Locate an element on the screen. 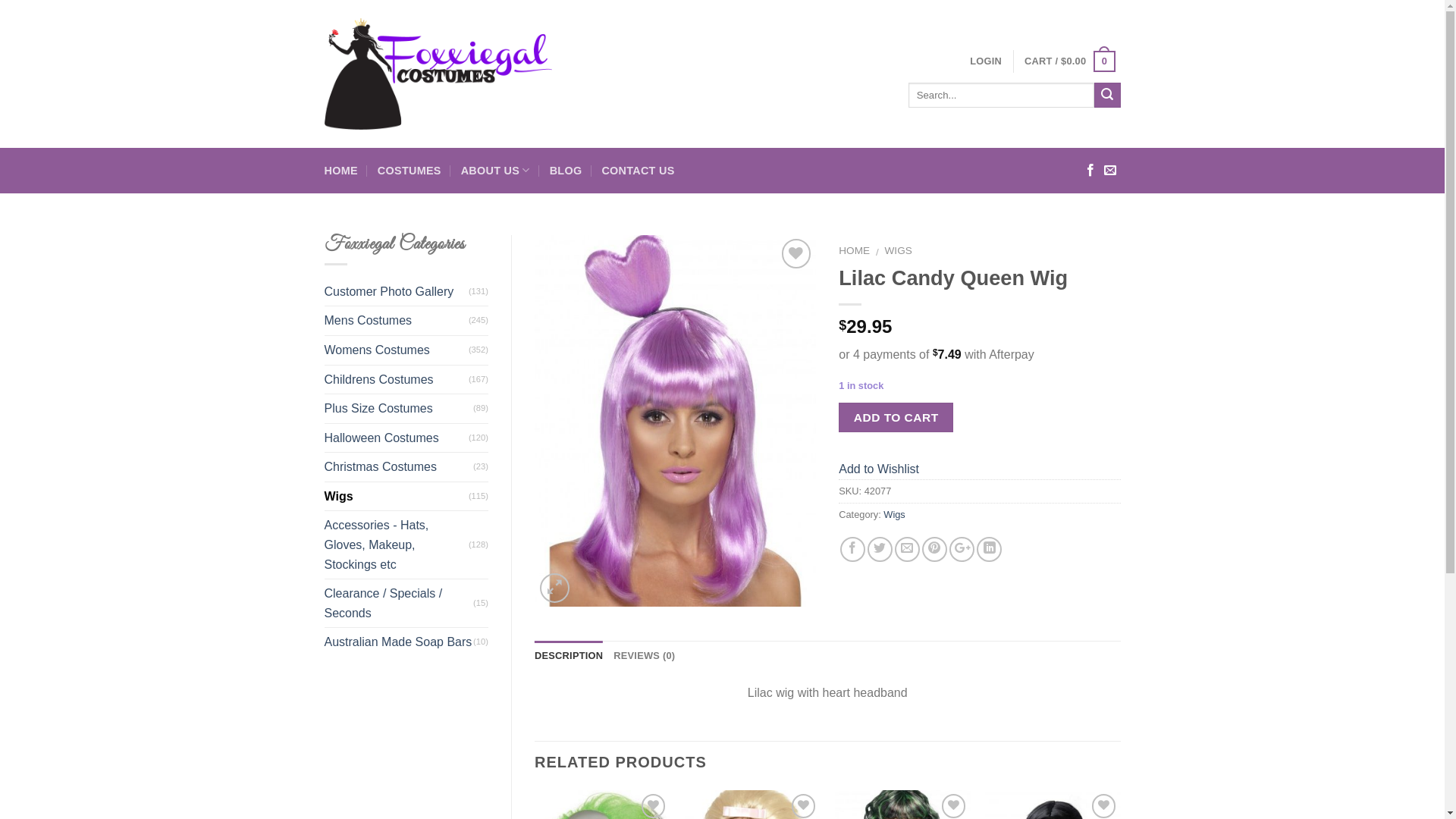  'Mens Costumes' is located at coordinates (397, 320).